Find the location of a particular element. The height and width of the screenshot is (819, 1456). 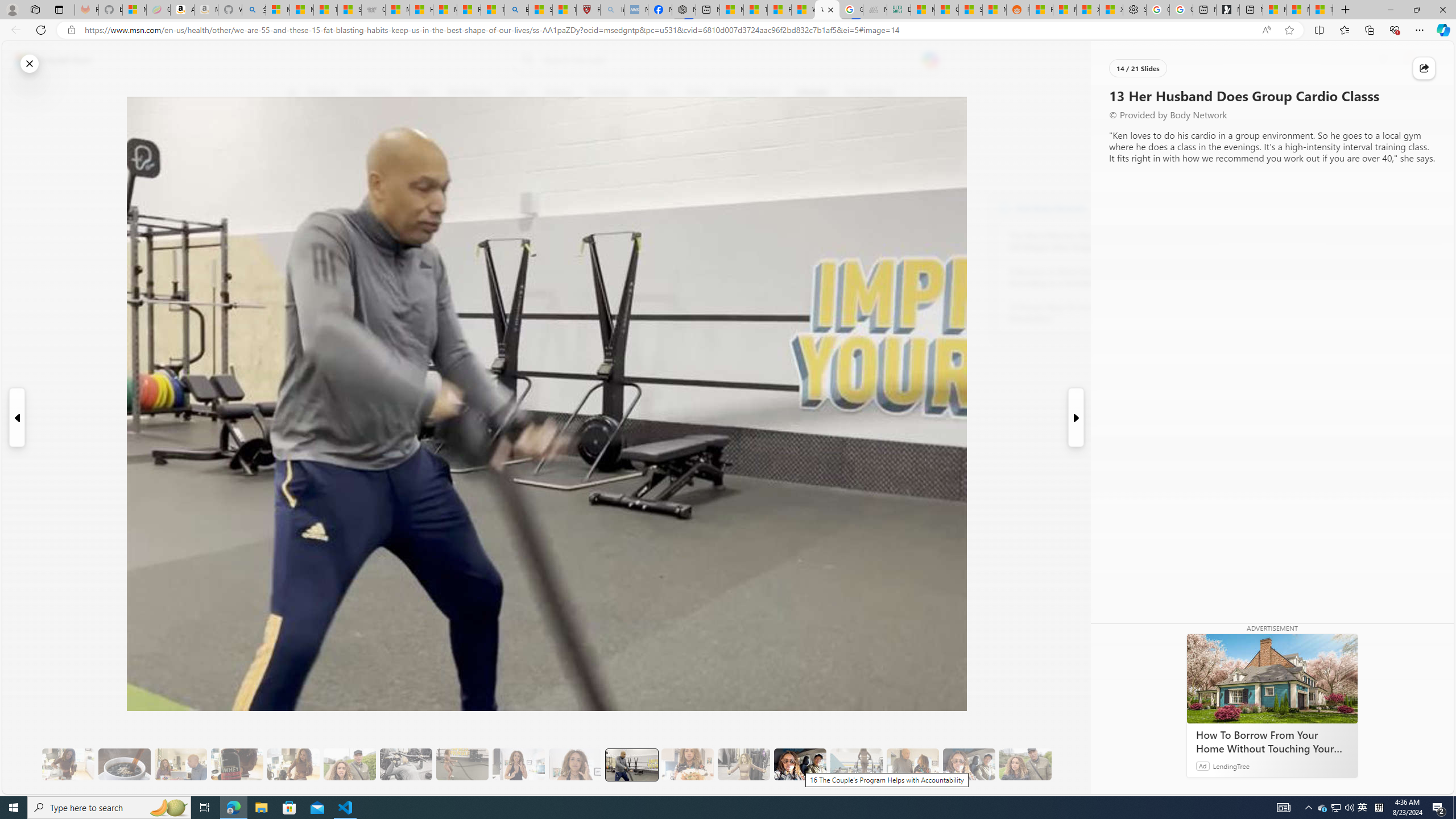

'Combat Siege' is located at coordinates (373, 9).